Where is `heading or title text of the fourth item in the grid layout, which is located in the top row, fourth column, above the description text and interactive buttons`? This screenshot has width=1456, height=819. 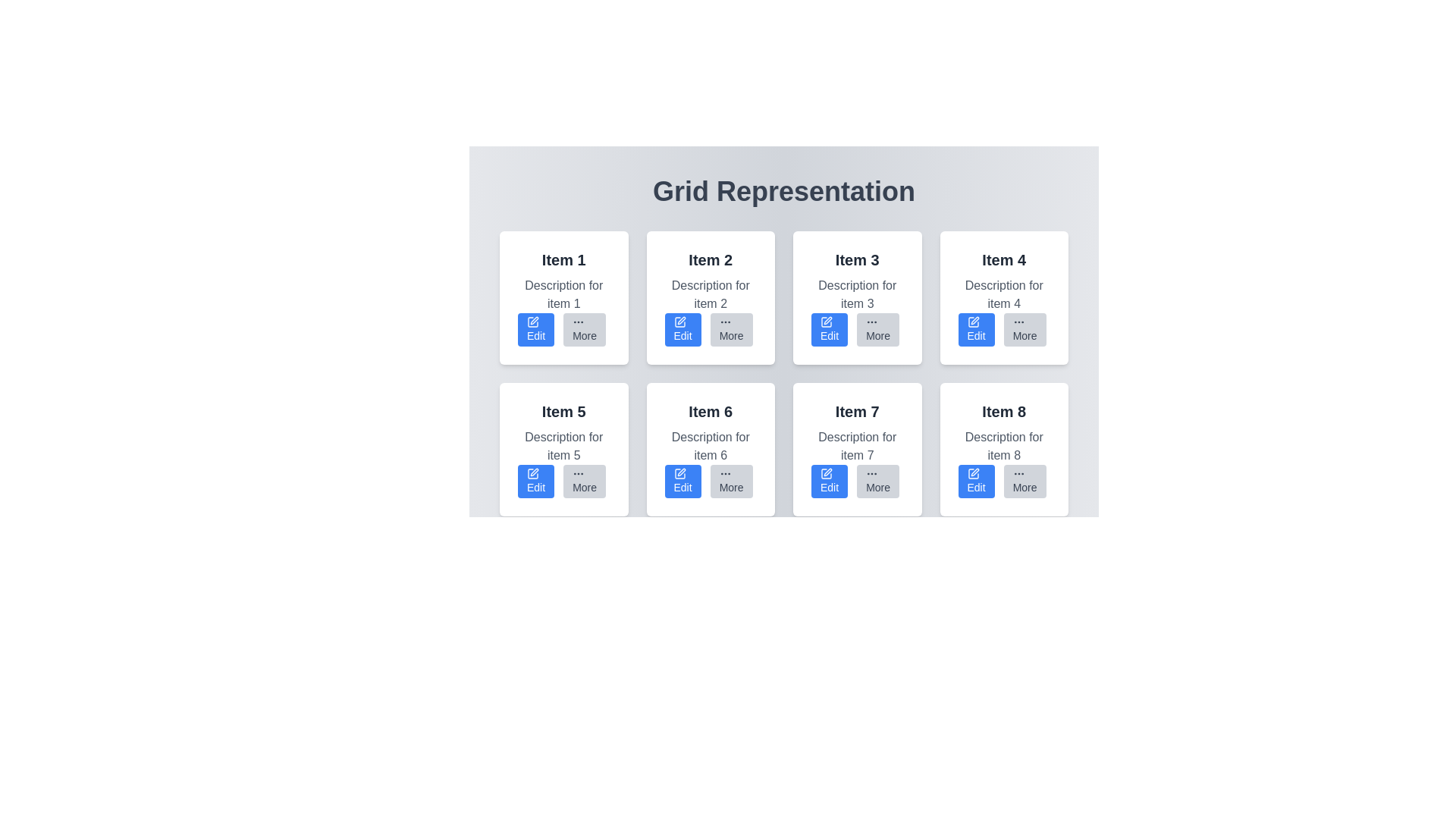
heading or title text of the fourth item in the grid layout, which is located in the top row, fourth column, above the description text and interactive buttons is located at coordinates (1004, 259).